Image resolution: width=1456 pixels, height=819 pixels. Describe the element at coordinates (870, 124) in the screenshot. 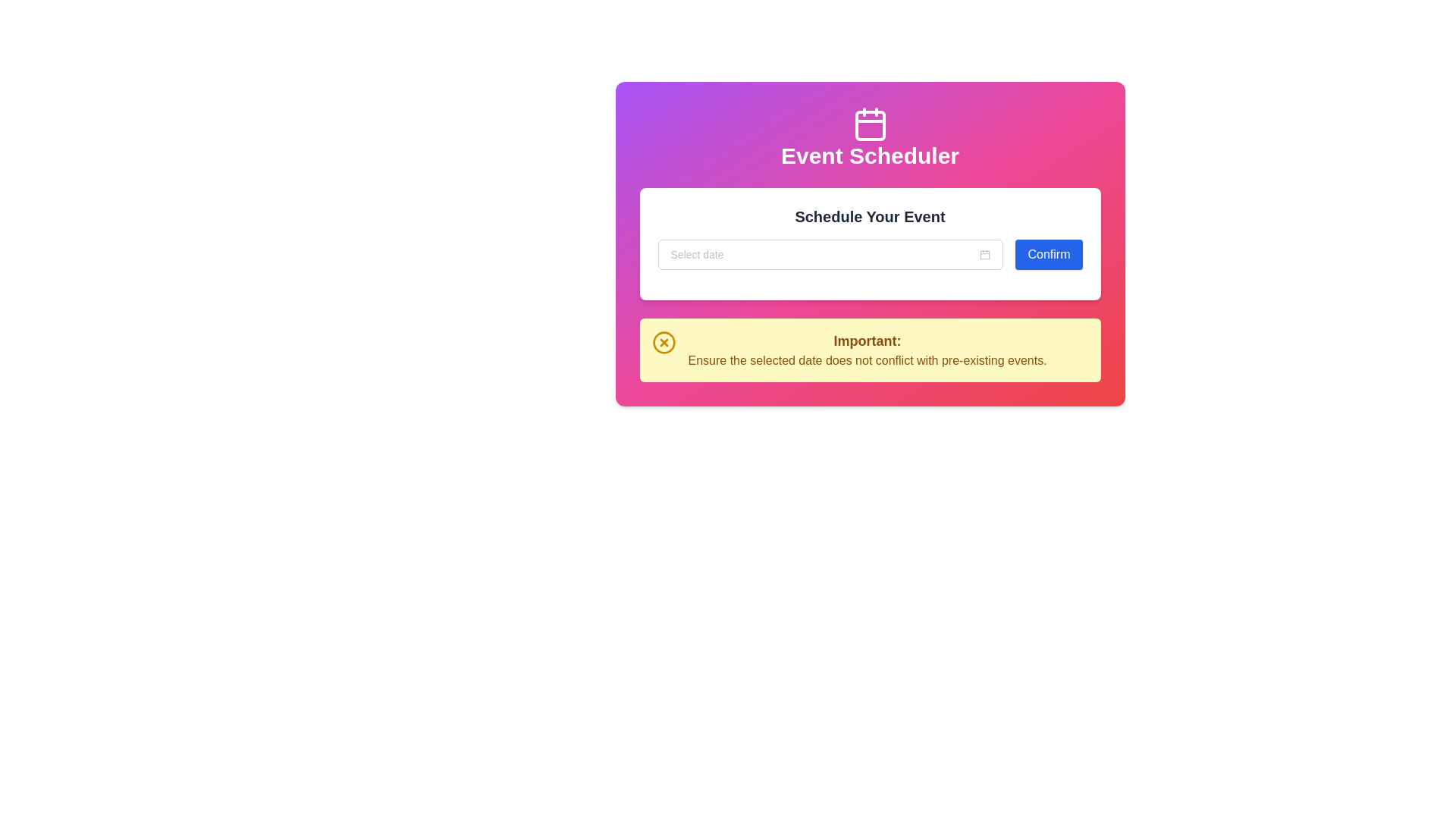

I see `the event scheduling icon, which is located at the top-center of the interface above the 'Event Scheduler' text label` at that location.